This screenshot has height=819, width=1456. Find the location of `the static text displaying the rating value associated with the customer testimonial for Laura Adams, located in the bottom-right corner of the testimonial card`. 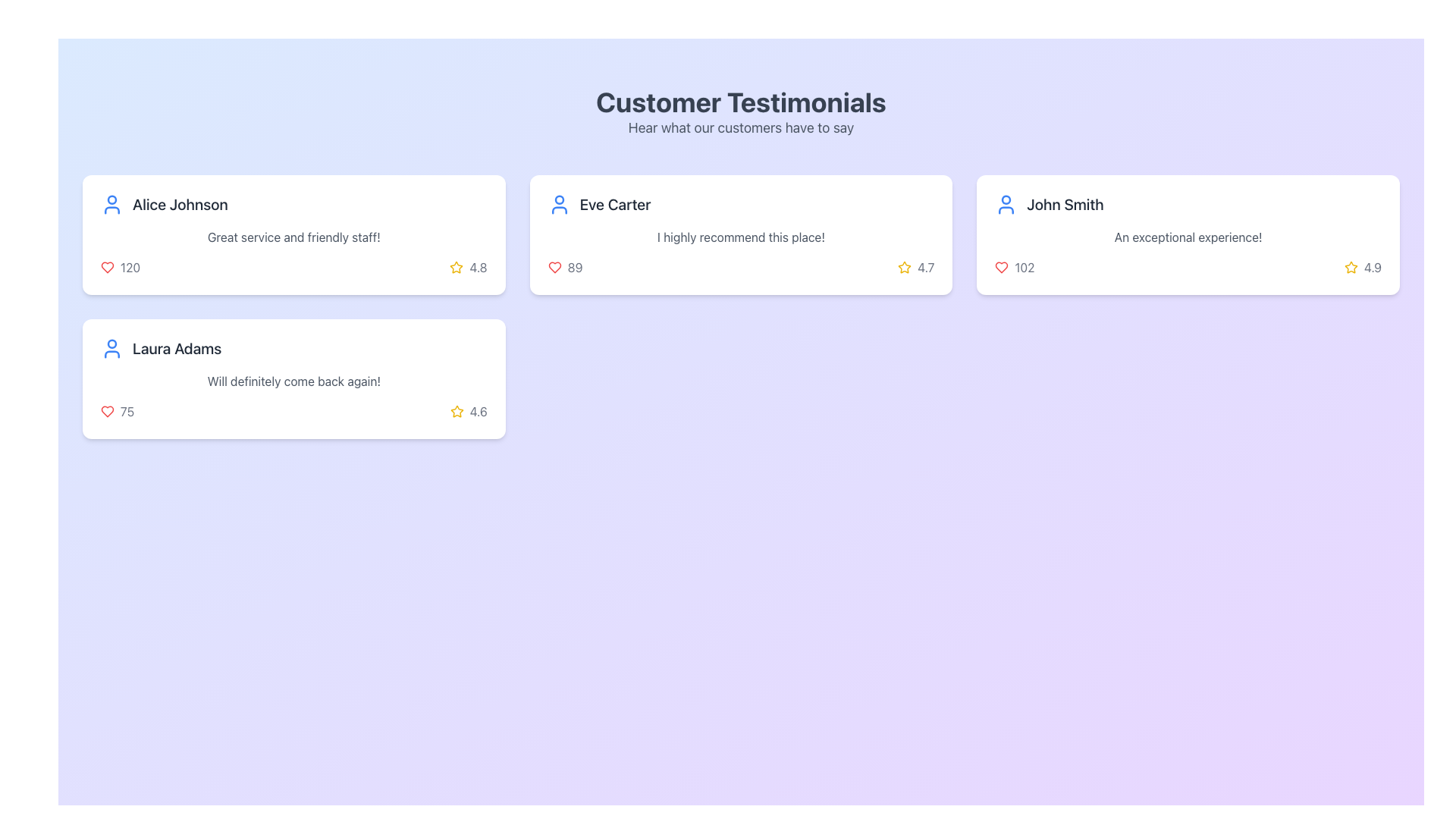

the static text displaying the rating value associated with the customer testimonial for Laura Adams, located in the bottom-right corner of the testimonial card is located at coordinates (478, 412).